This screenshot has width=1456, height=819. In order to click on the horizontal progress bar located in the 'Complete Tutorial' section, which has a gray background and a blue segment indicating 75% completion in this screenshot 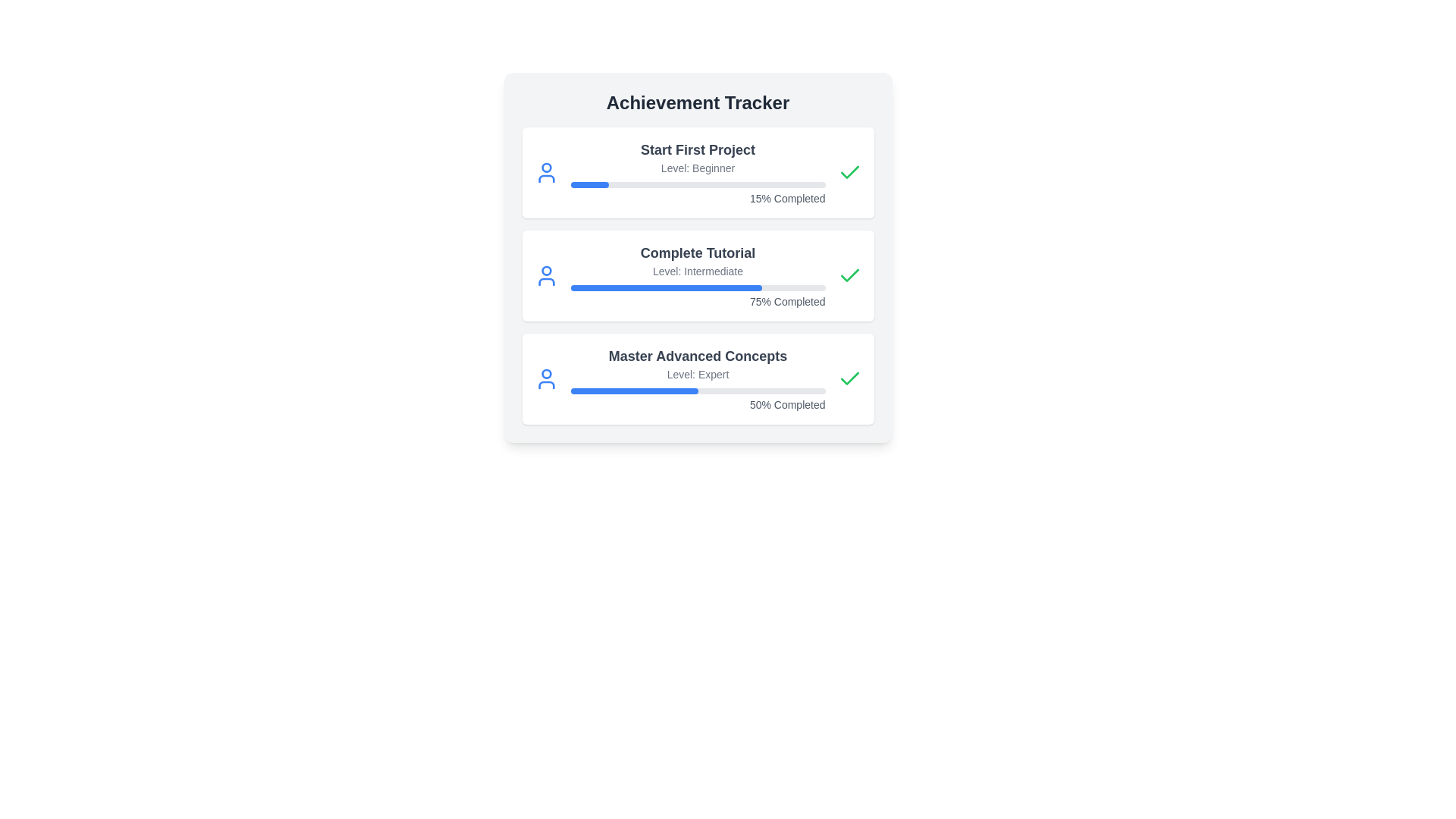, I will do `click(697, 288)`.